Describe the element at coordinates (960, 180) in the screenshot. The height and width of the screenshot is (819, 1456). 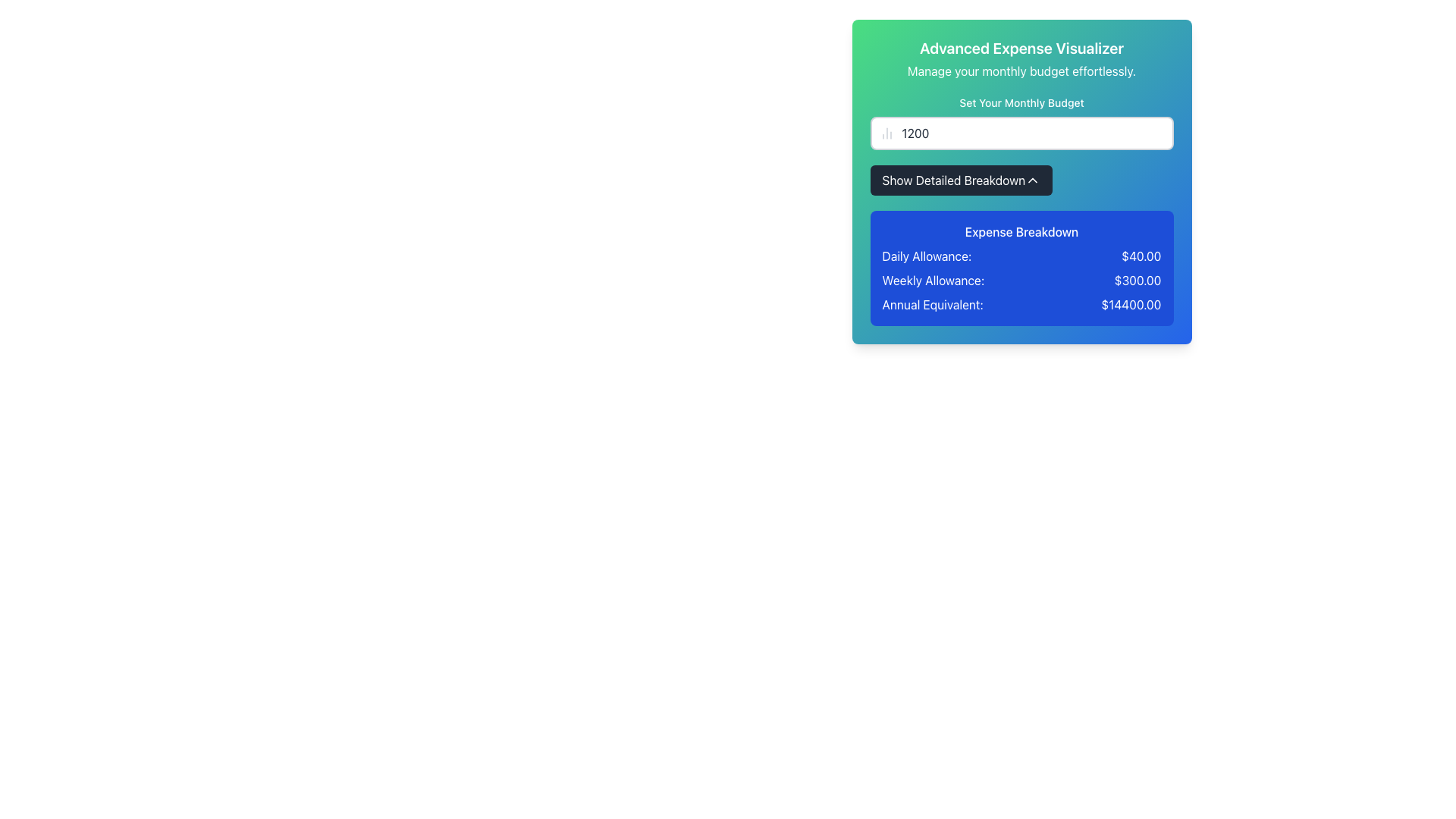
I see `the button labeled 'Show Detailed Breakdown' with a dark gray background and white text` at that location.